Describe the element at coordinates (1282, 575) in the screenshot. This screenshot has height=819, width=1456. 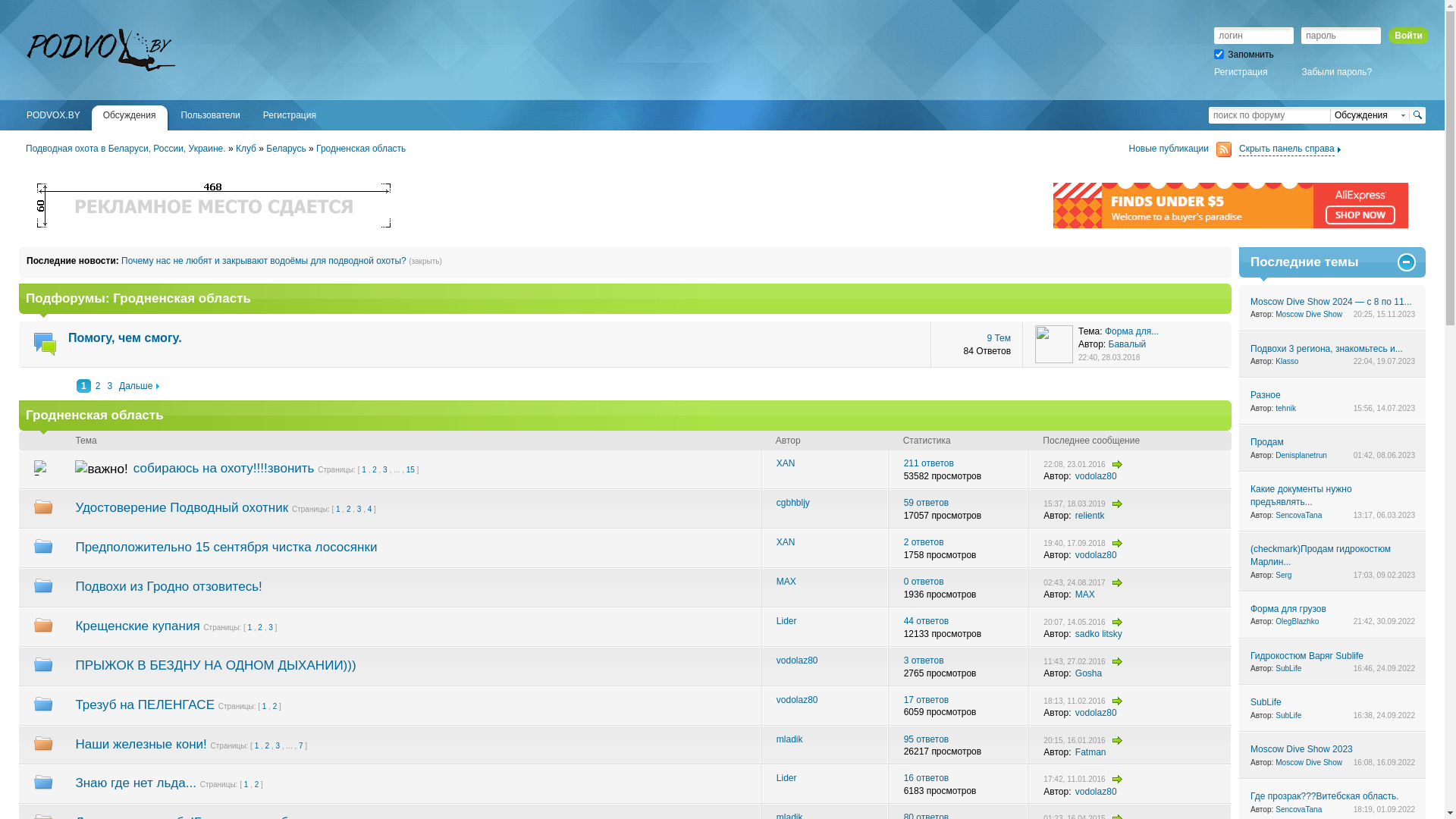
I see `'Serg'` at that location.